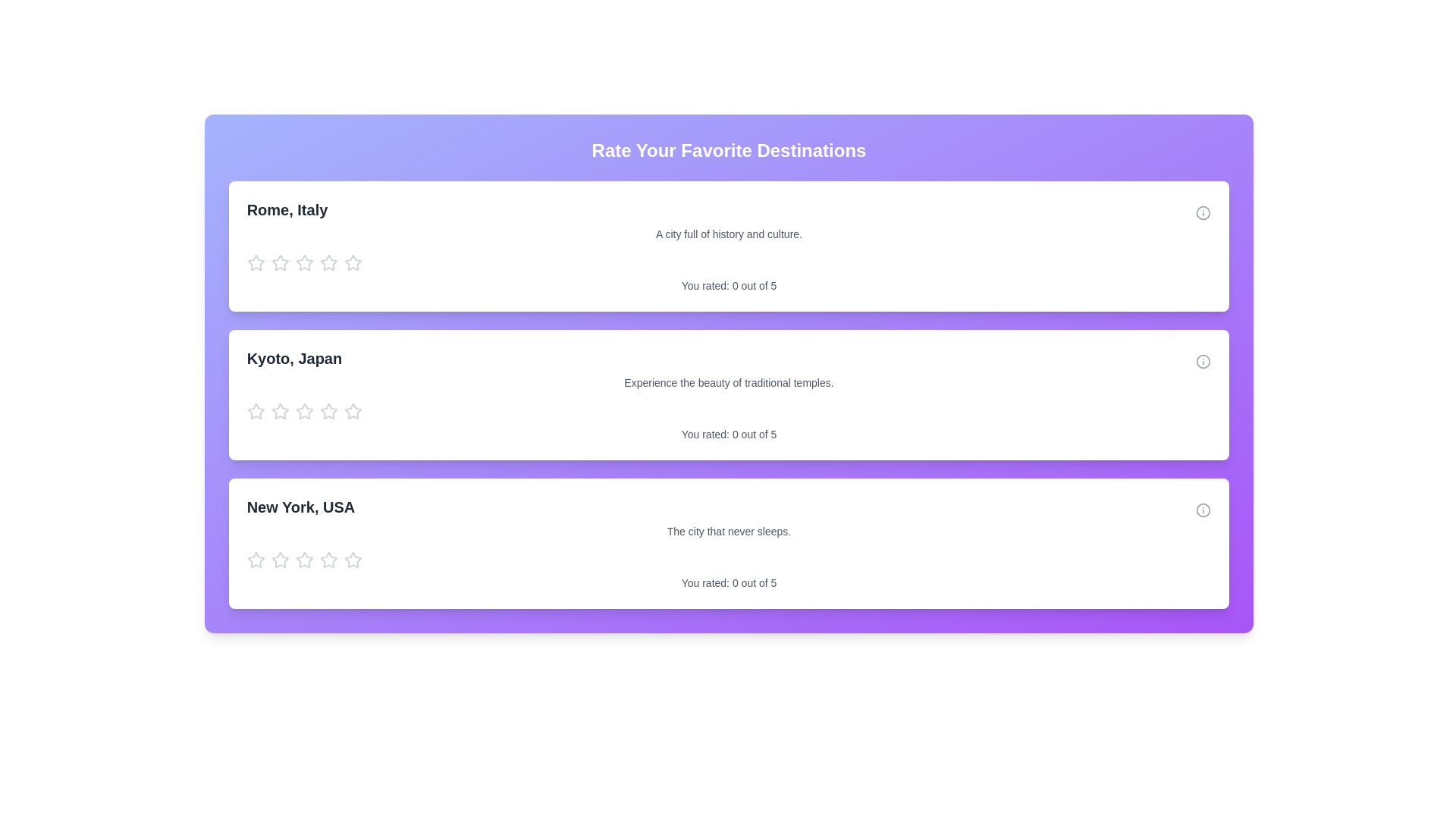 This screenshot has width=1456, height=819. I want to click on the fourth star in the rating icon for the 'Kyoto, Japan' location card, so click(303, 412).